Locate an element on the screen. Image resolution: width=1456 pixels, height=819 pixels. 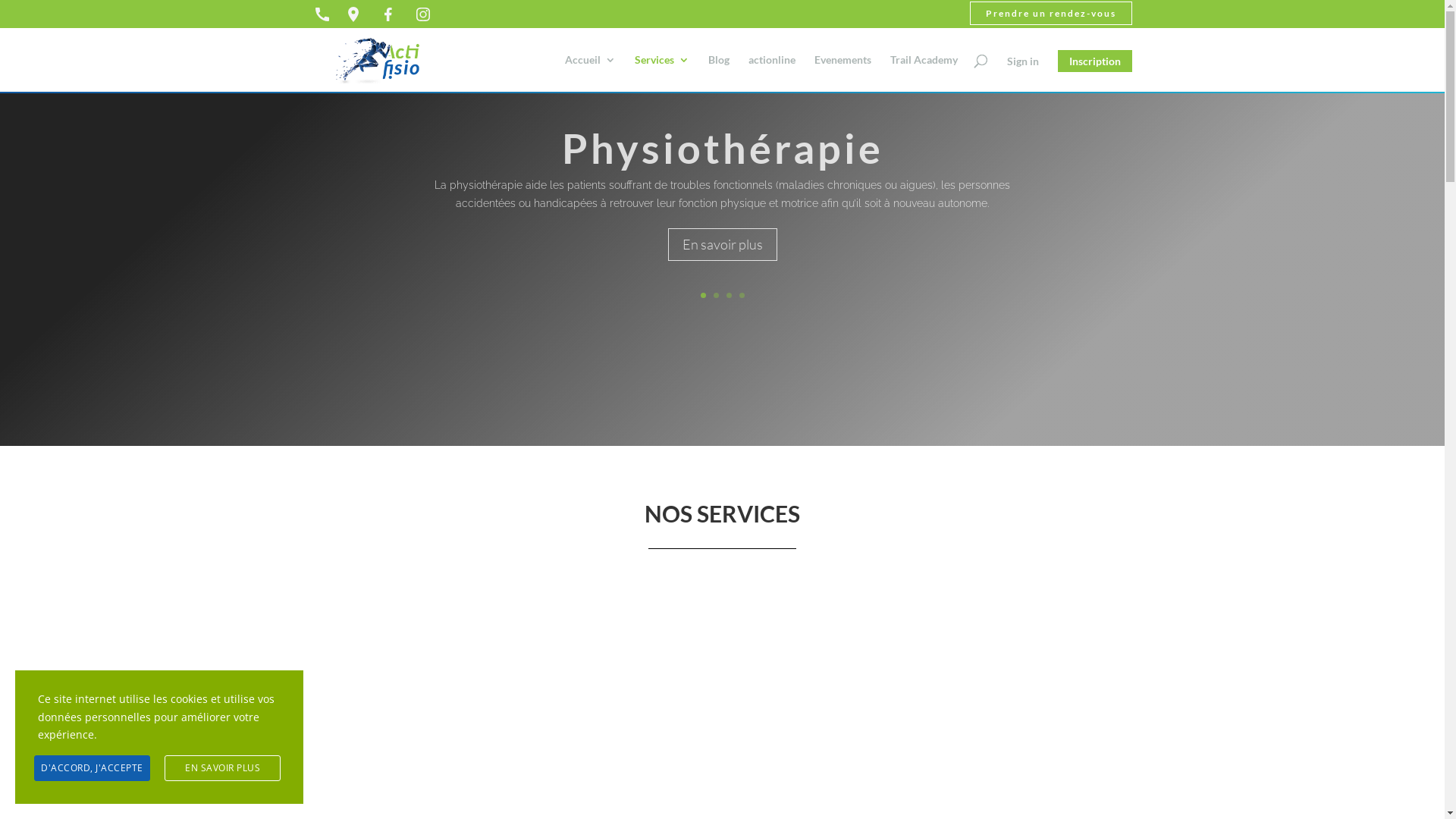
'Trail Academy' is located at coordinates (923, 73).